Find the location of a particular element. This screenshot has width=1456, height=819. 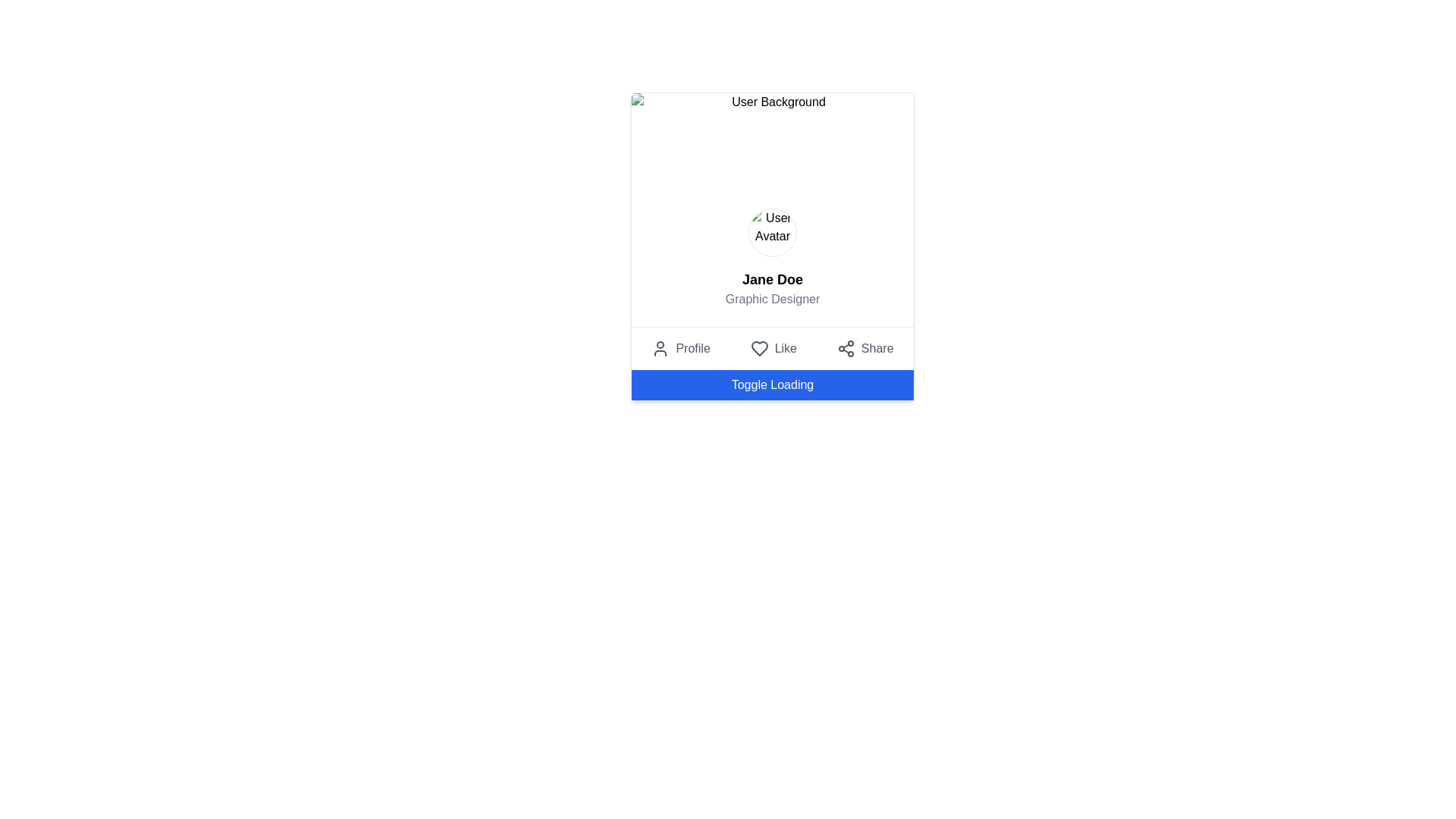

the profile icon located on the left side of the footer section, adjacent to the 'Like' and share icons, which is labeled 'Profile' is located at coordinates (661, 348).